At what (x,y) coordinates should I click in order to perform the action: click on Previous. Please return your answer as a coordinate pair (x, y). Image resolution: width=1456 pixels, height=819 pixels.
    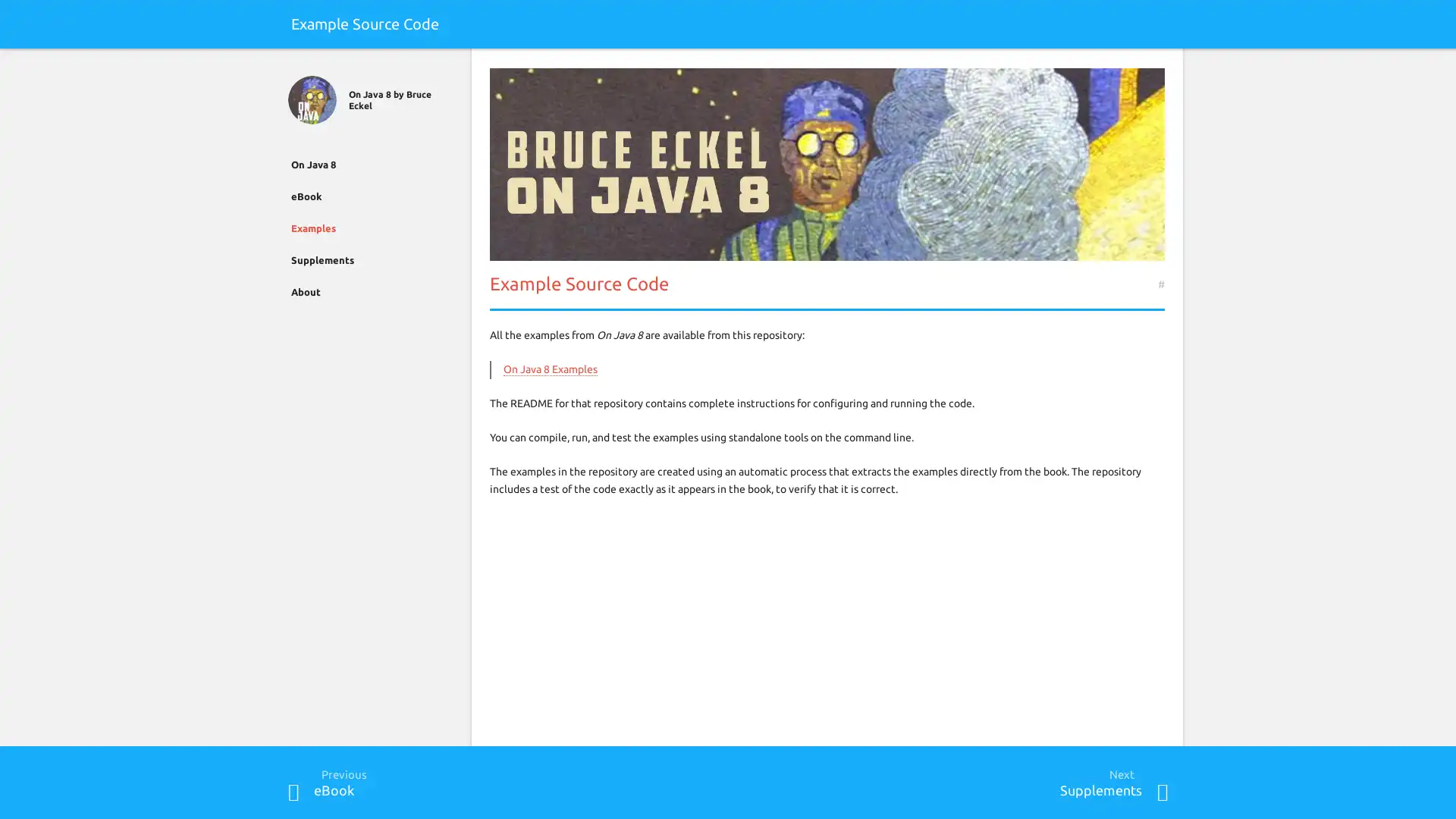
    Looking at the image, I should click on (293, 791).